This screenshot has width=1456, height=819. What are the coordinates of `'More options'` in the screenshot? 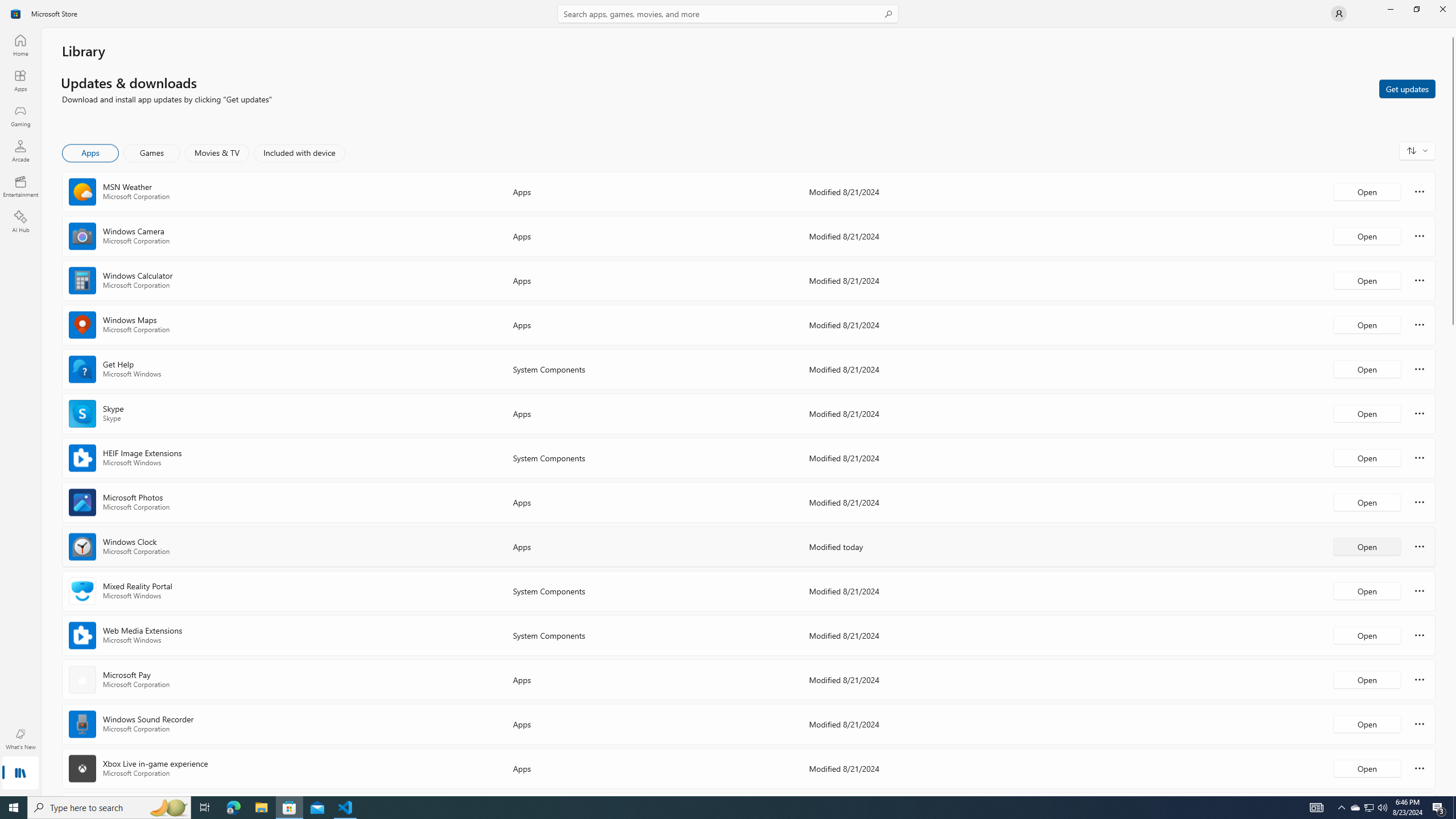 It's located at (1419, 767).